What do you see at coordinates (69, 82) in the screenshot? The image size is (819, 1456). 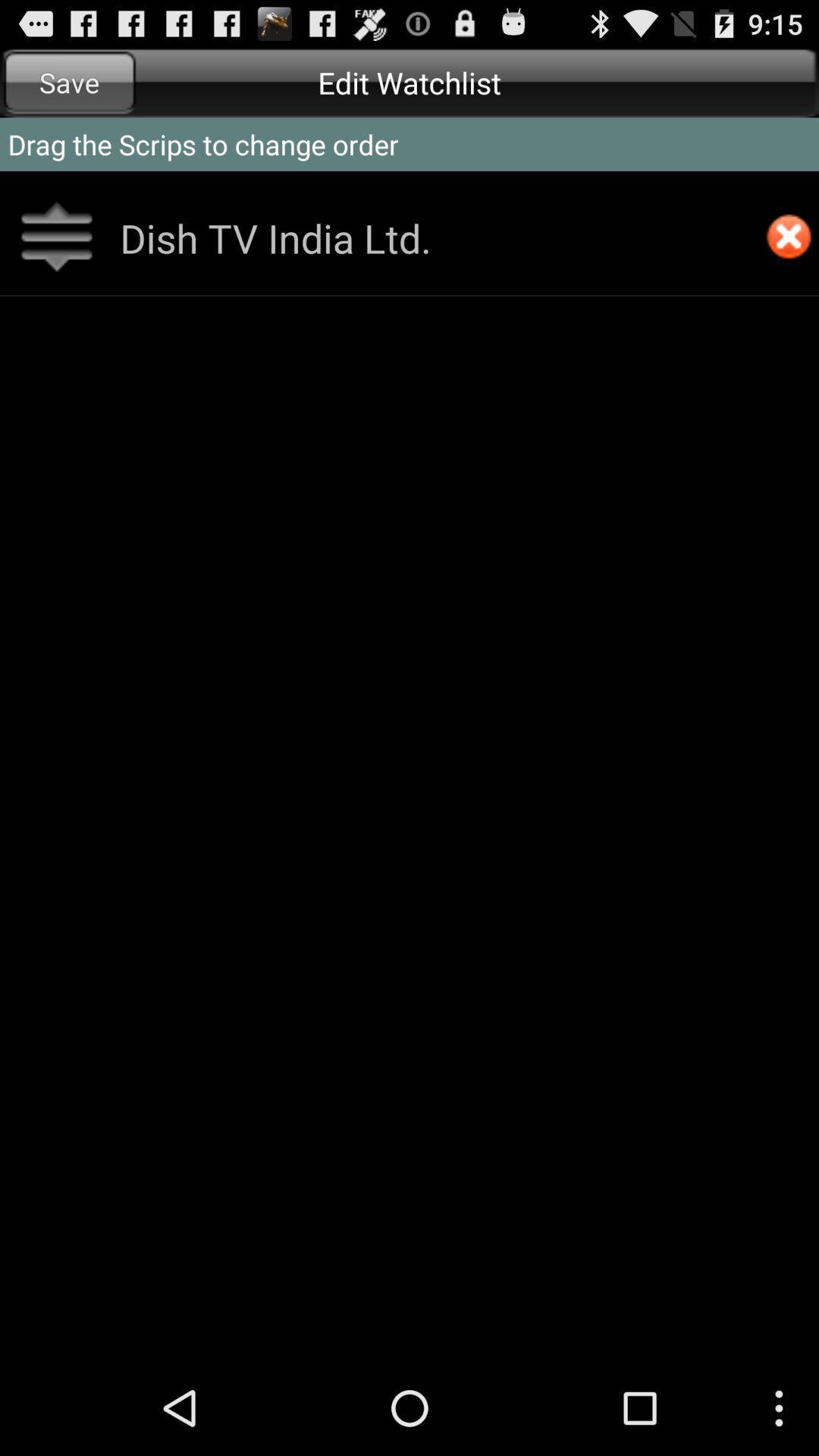 I see `the item next to edit watchlist icon` at bounding box center [69, 82].